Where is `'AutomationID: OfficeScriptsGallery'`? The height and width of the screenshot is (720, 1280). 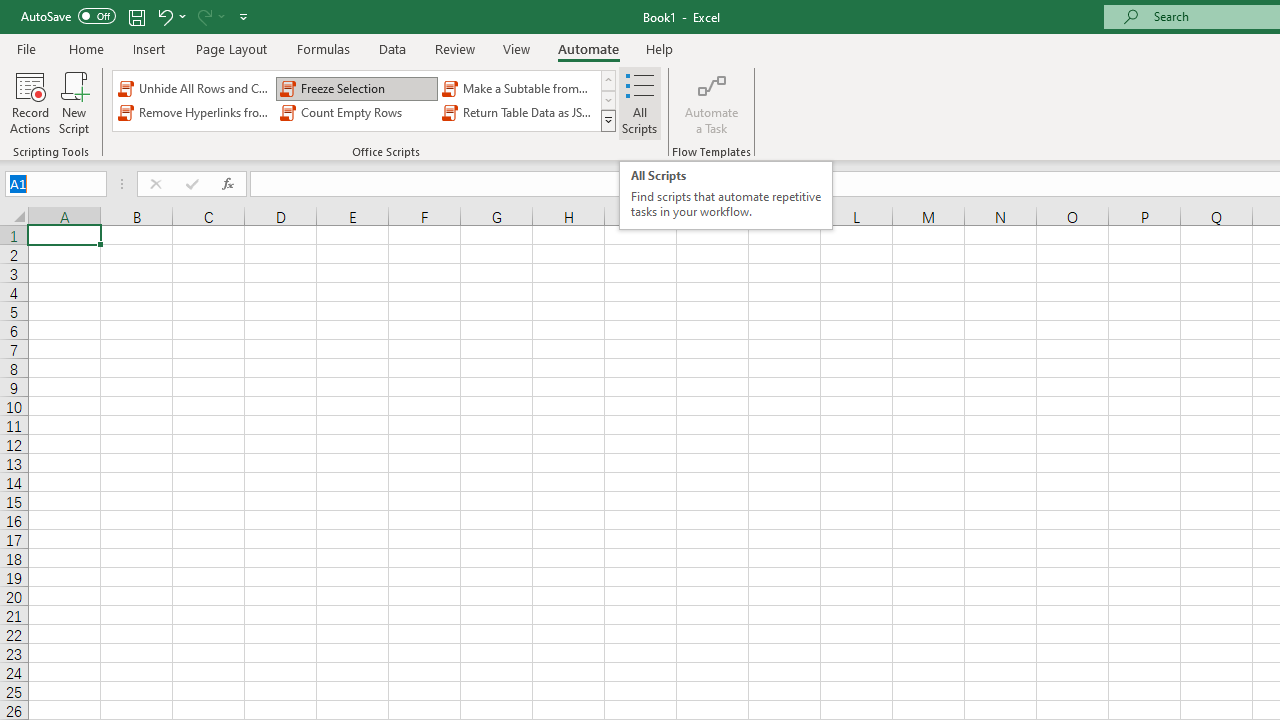
'AutomationID: OfficeScriptsGallery' is located at coordinates (365, 100).